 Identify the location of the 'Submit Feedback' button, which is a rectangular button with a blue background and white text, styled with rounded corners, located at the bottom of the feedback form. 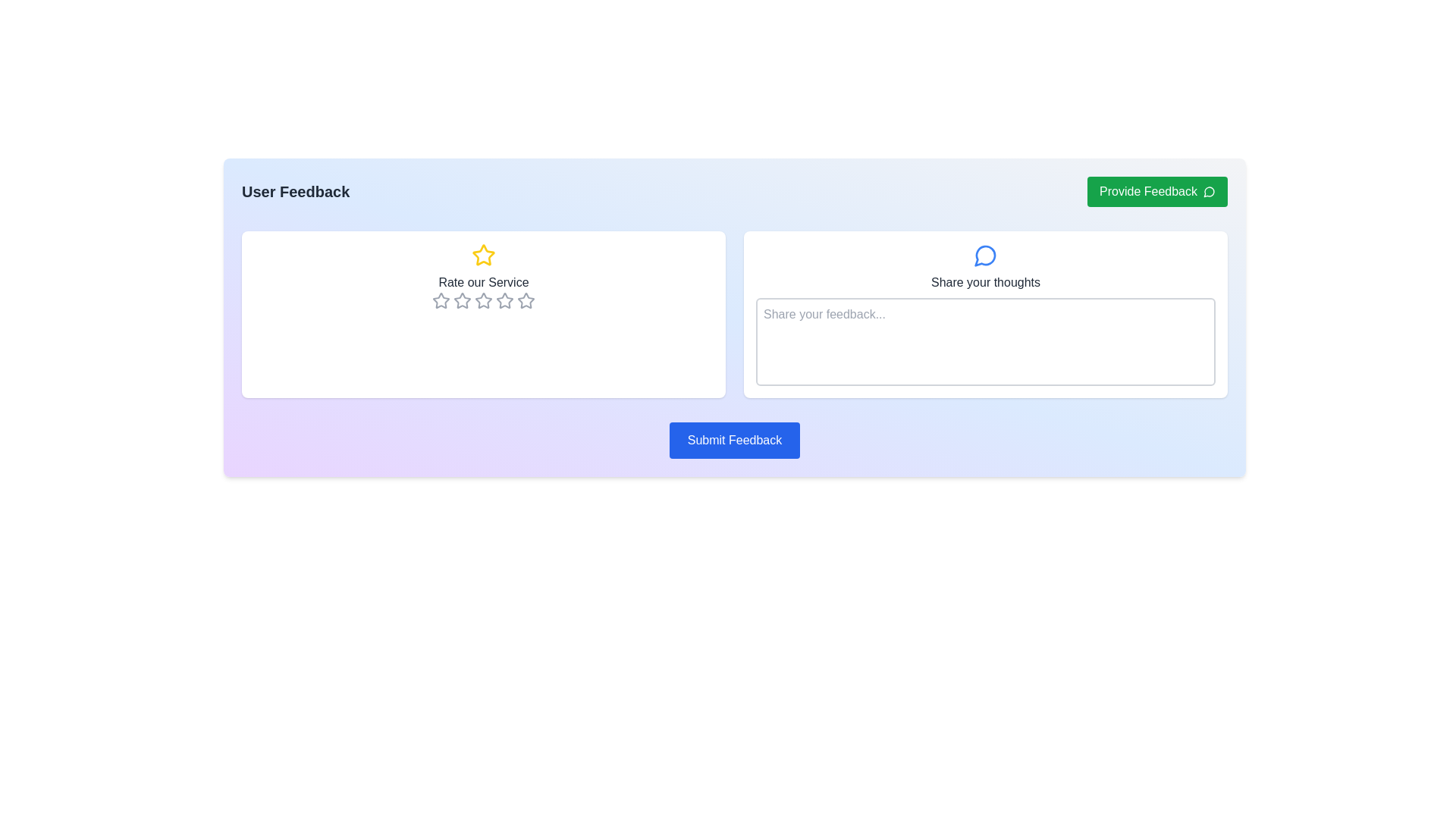
(735, 441).